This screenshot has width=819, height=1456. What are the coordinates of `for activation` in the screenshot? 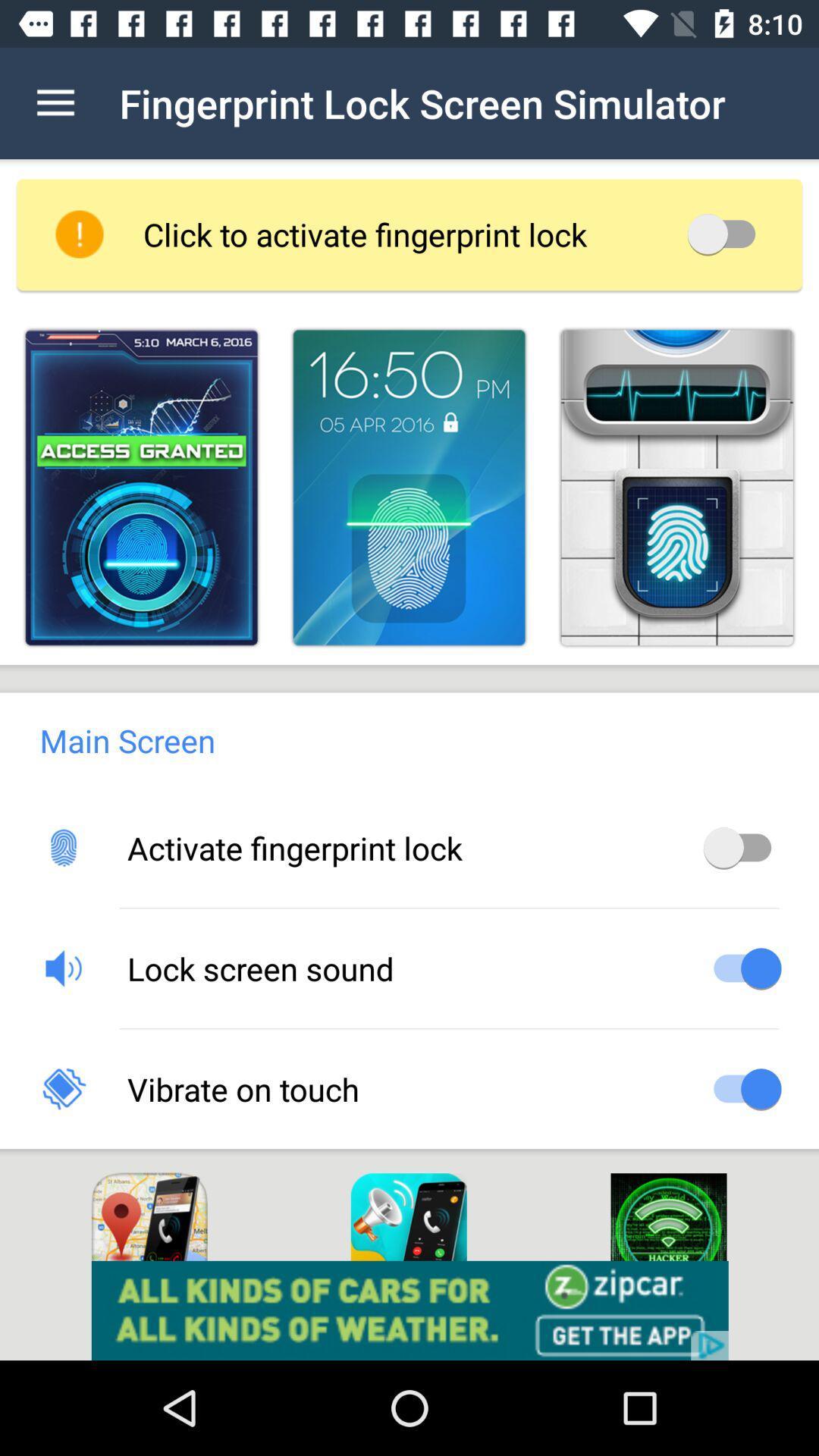 It's located at (141, 488).